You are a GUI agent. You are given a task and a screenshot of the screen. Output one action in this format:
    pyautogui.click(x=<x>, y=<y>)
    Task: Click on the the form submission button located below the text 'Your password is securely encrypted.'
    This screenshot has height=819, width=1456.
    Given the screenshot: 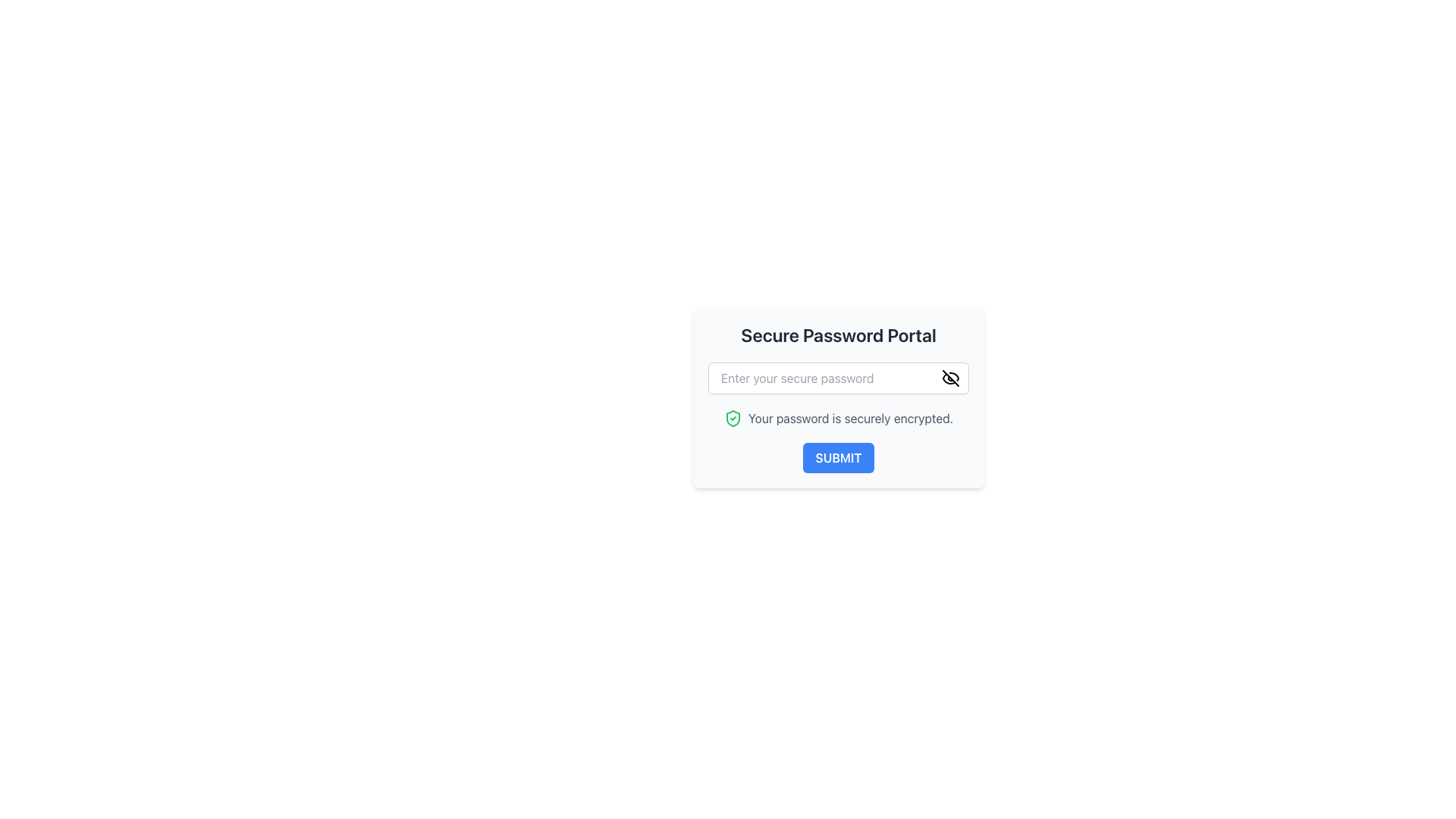 What is the action you would take?
    pyautogui.click(x=837, y=457)
    